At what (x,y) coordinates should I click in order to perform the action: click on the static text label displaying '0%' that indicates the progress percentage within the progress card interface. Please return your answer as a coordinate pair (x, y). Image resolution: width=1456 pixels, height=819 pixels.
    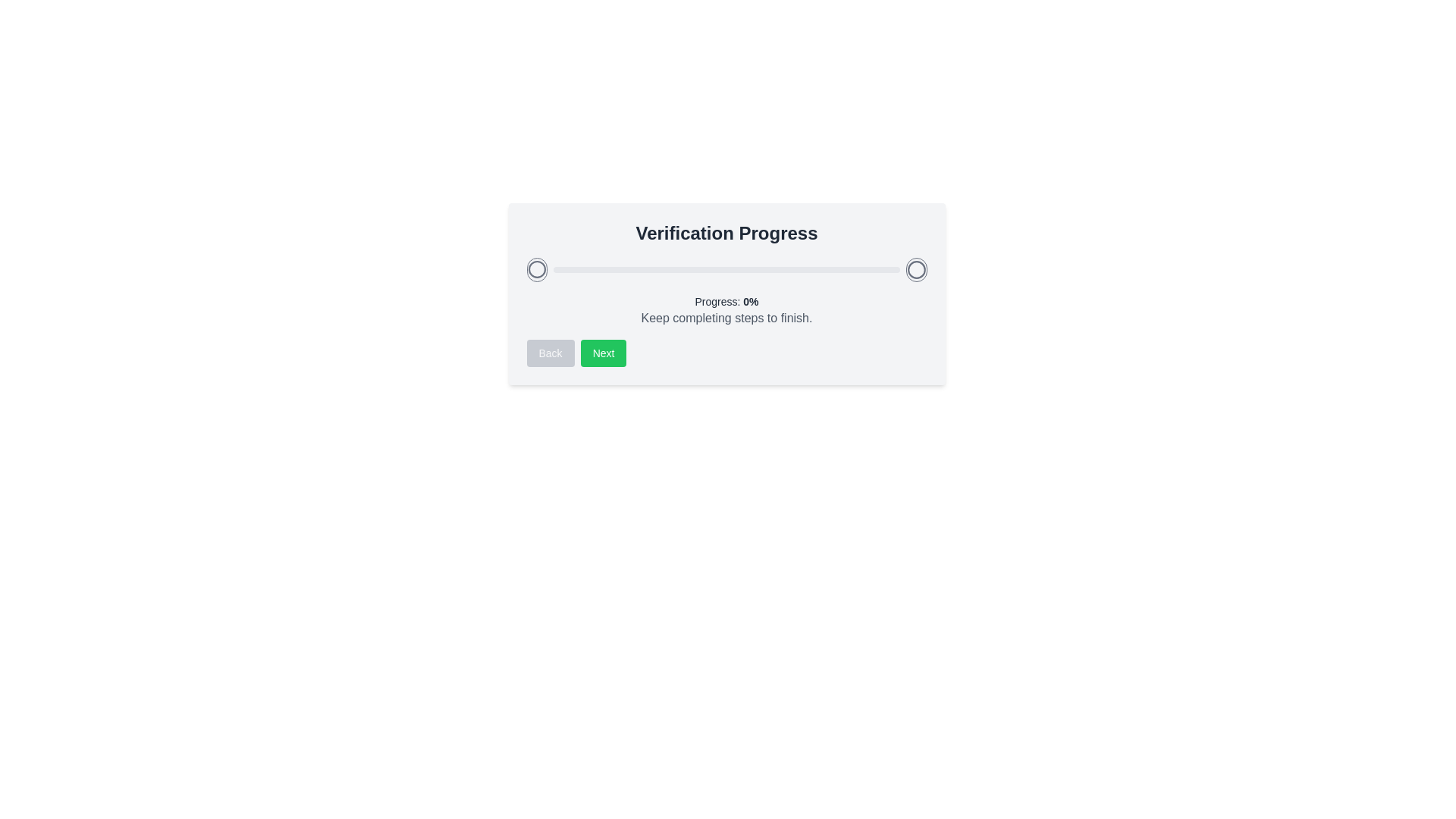
    Looking at the image, I should click on (751, 301).